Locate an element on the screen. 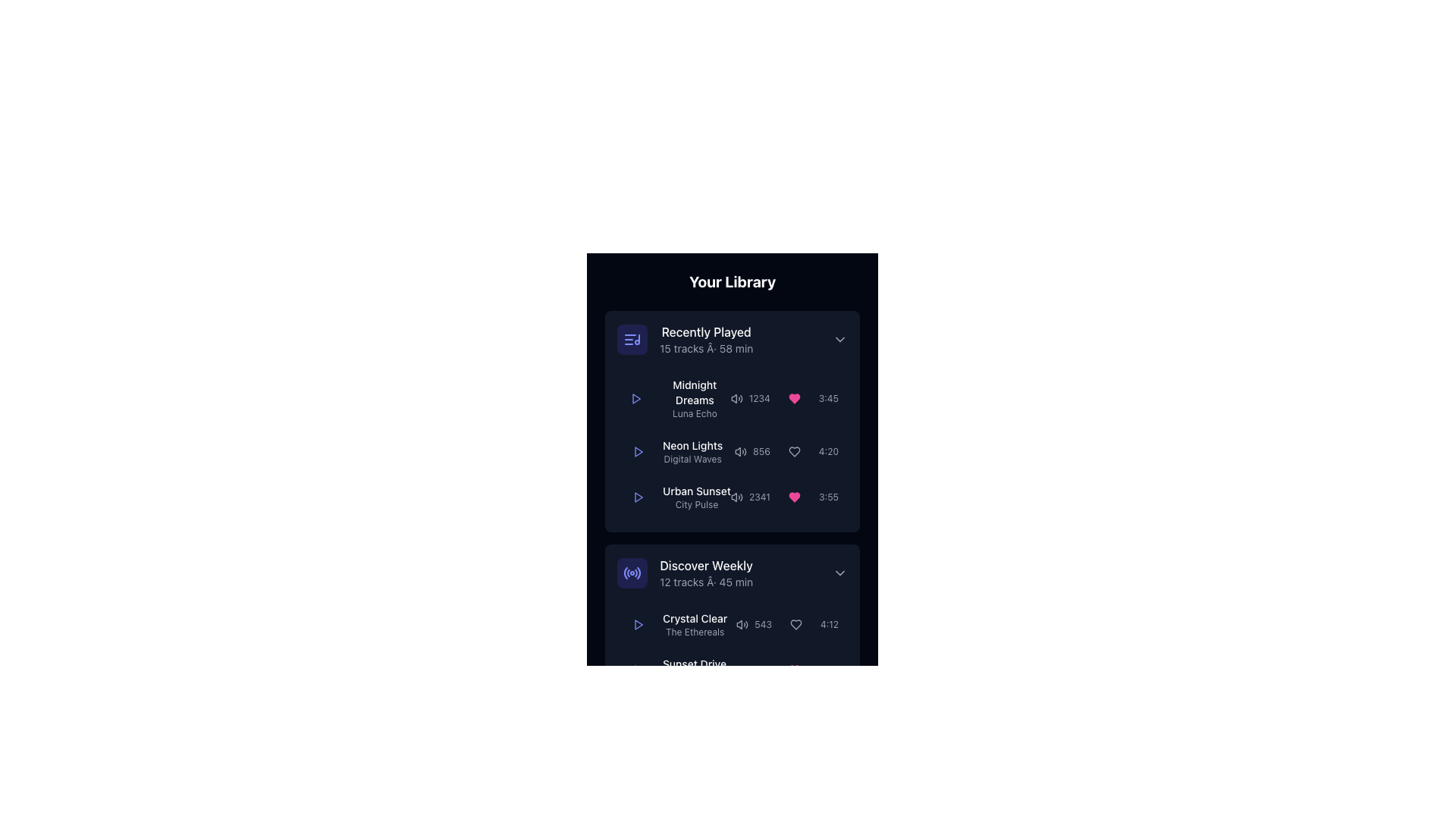 The image size is (1456, 819). the Label displaying the text '543' in a small gray font, located in the third column of the 'Discover Weekly' section, adjacent to a volume icon and a heart icon is located at coordinates (763, 625).